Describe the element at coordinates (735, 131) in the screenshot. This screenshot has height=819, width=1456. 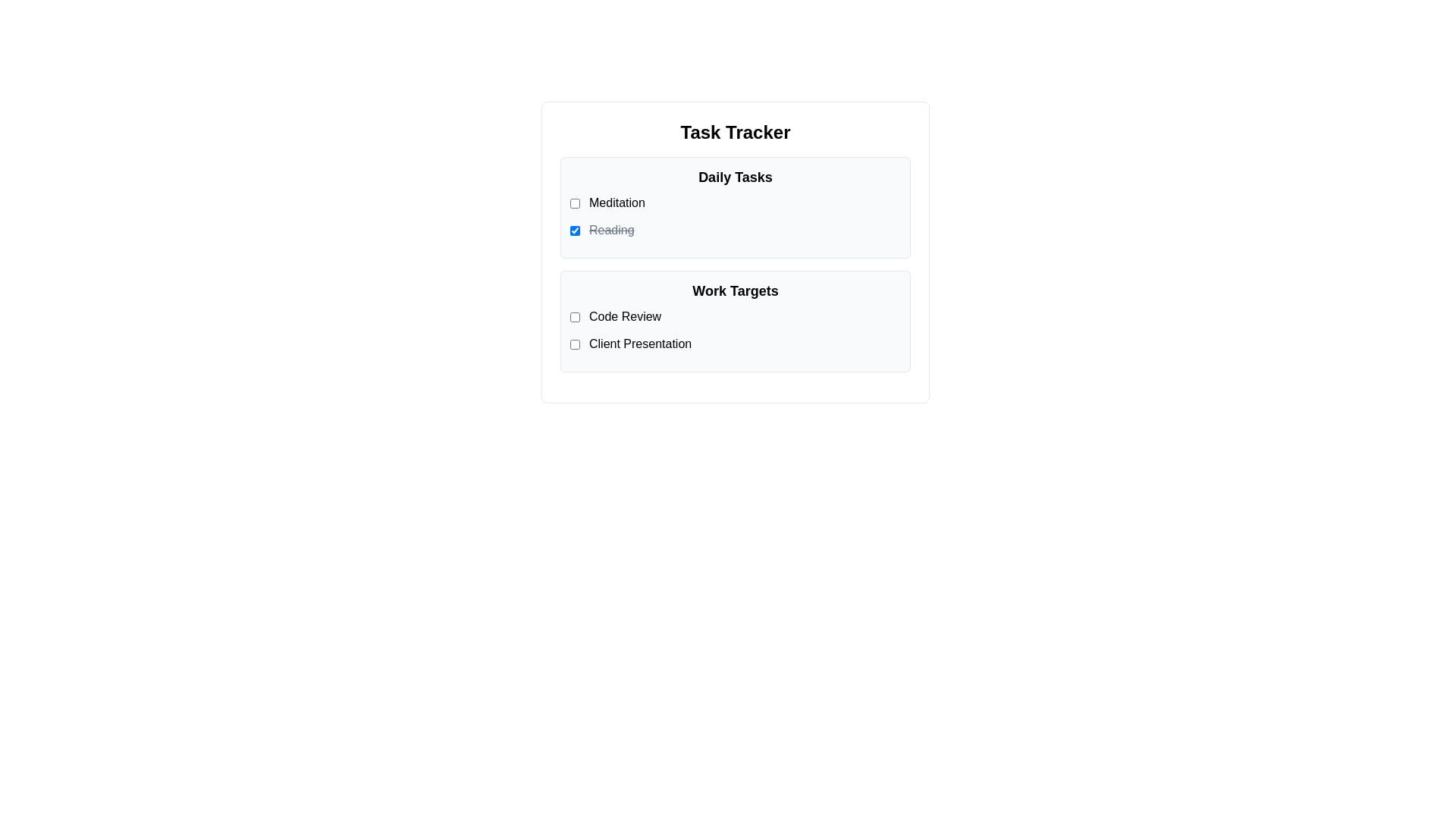
I see `the header text 'Task Tracker', which is styled in a large bold font and serves as the title of the section` at that location.